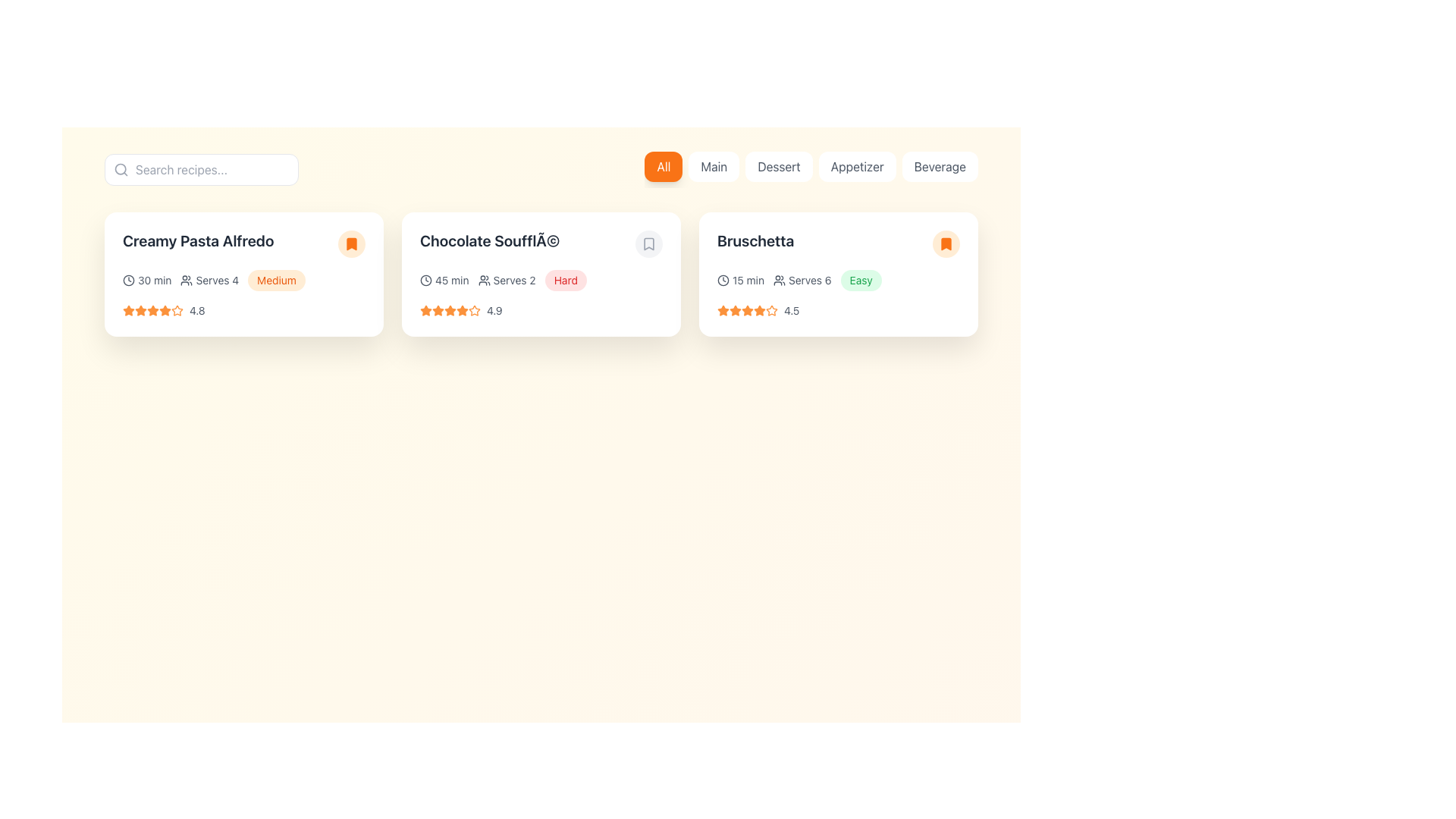  Describe the element at coordinates (760, 309) in the screenshot. I see `the last star-shaped icon in the rating system for the 'Bruschetta' recipe card, which is rendered in an orange fill` at that location.